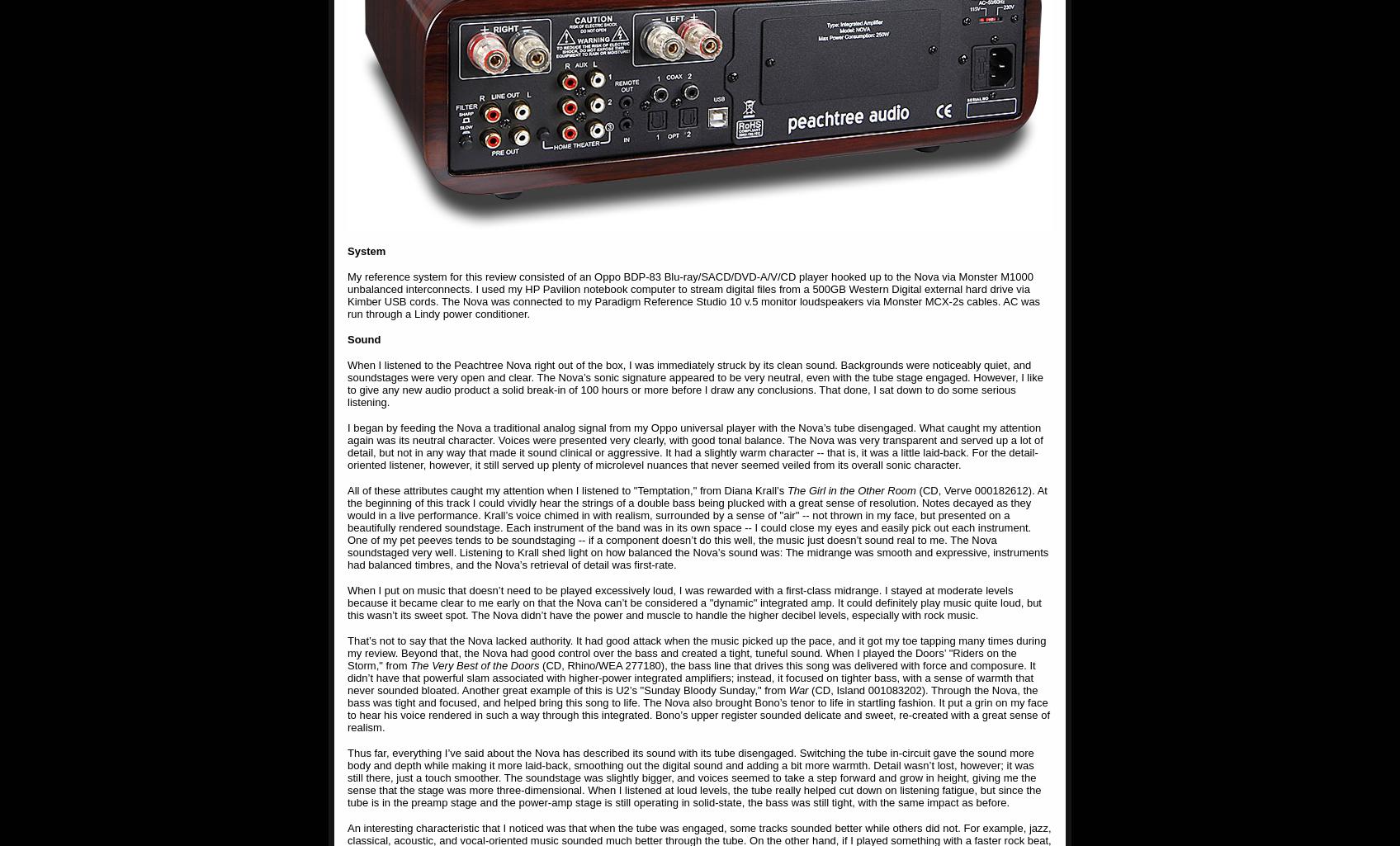  Describe the element at coordinates (693, 295) in the screenshot. I see `'My reference system for this review consisted of an Oppo
            BDP-83 Blu-ray/SACD/DVD-A/V/CD player hooked up to the Nova via Monster M1000 unbalanced
            interconnects. I used my HP Pavilion notebook computer to stream digital files from a
            500GB Western Digital external hard drive via Kimber USB cords. The Nova was connected to
            my Paradigm Reference Studio 10 v.5 monitor loudspeakers via Monster MCX-2s cables. AC was
            run through a Lindy power conditioner.'` at that location.